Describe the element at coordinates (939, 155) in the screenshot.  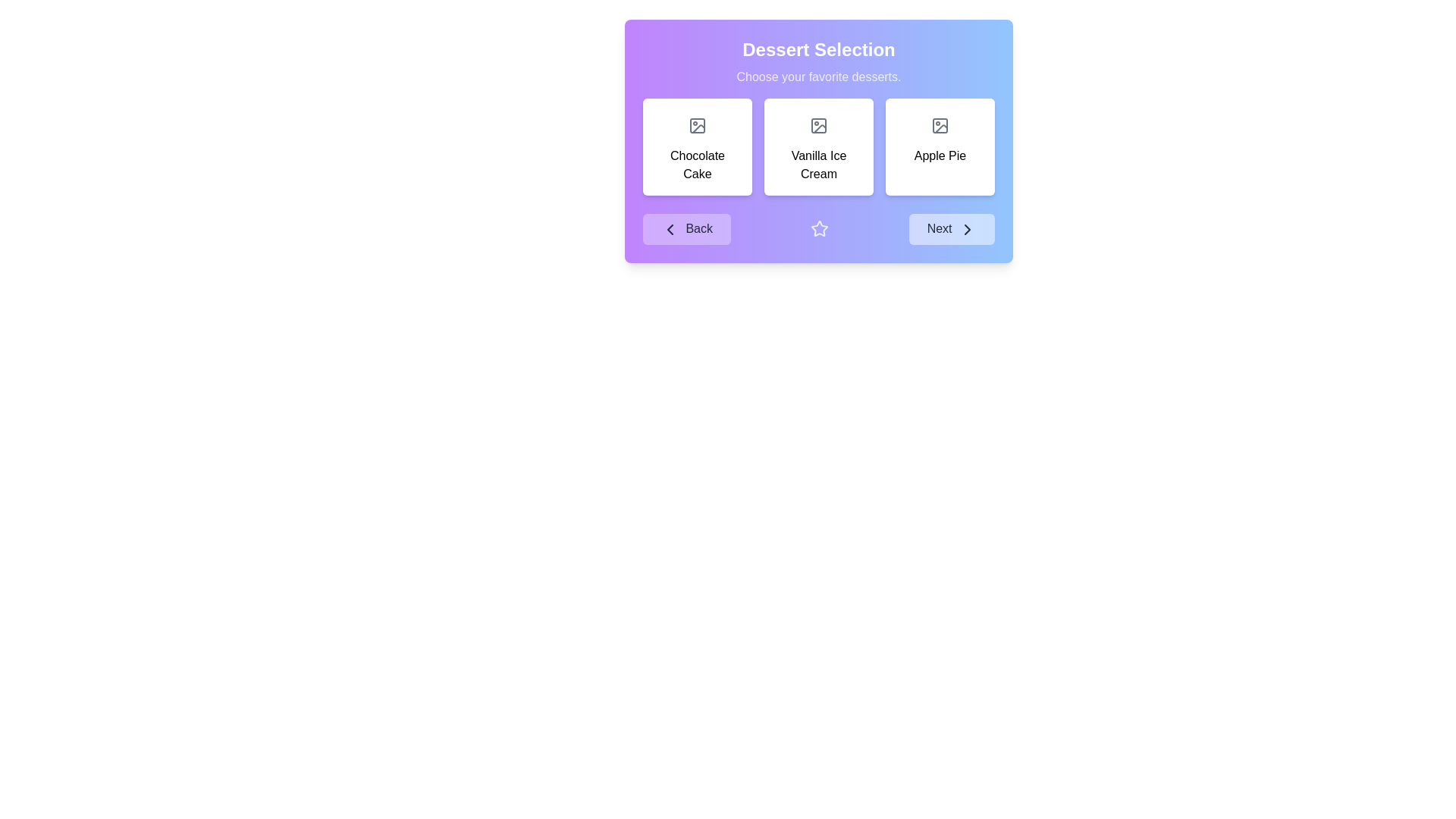
I see `the label for the dessert option 'Apple Pie', which is represented by the associated card as the third option in the row of dessert cards` at that location.